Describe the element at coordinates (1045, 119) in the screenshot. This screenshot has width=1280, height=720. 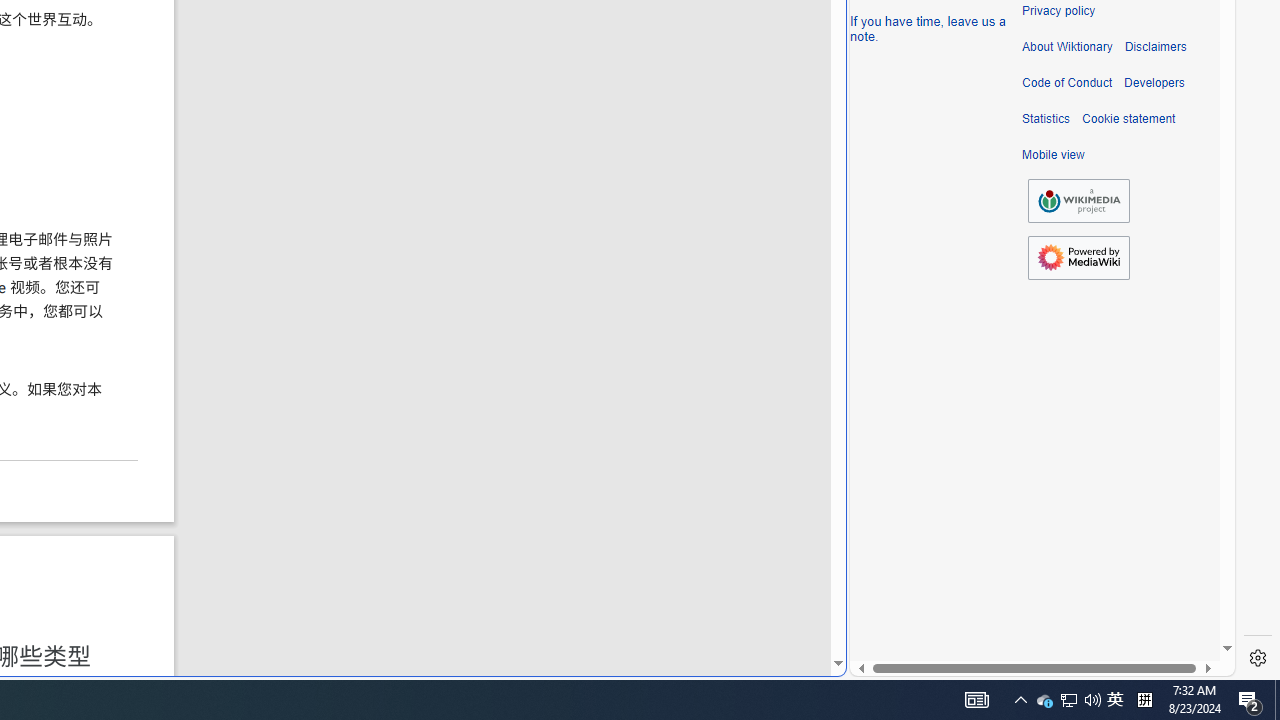
I see `'Statistics'` at that location.